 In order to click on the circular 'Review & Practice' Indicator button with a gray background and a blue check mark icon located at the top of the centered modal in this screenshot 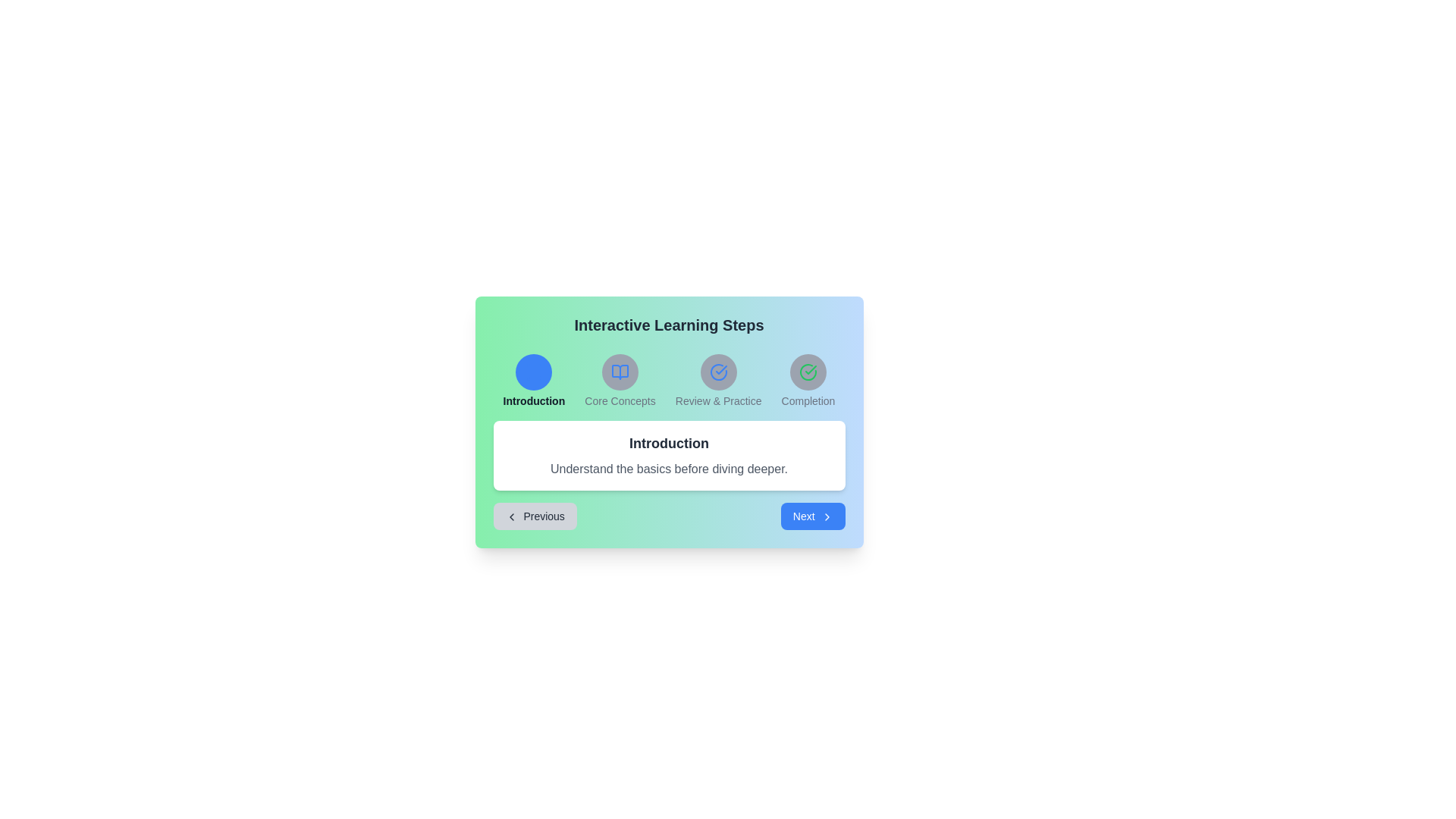, I will do `click(717, 372)`.